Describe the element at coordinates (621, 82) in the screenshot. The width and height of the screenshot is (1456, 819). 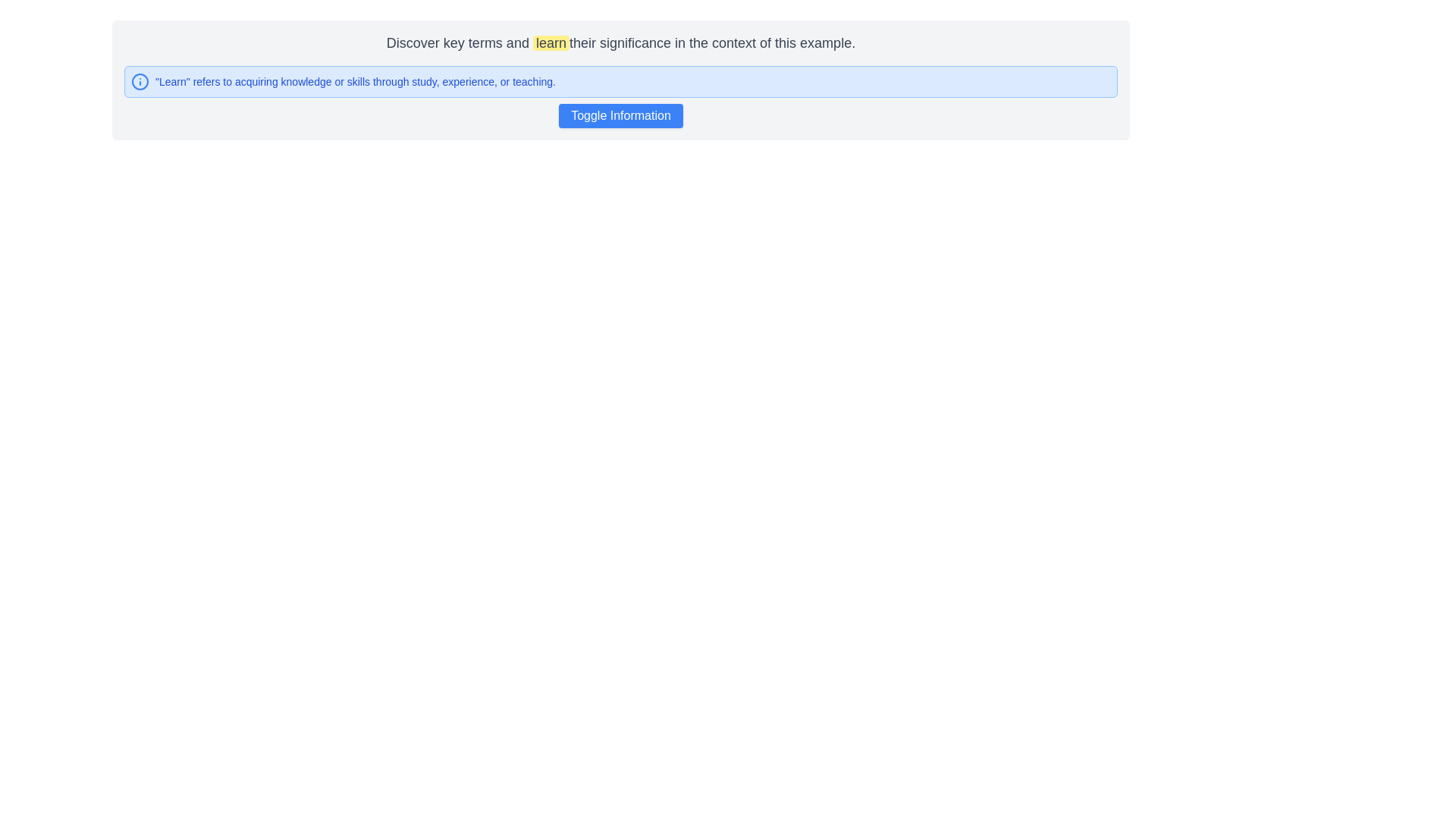
I see `the informational tooltip about the term 'Learn'` at that location.